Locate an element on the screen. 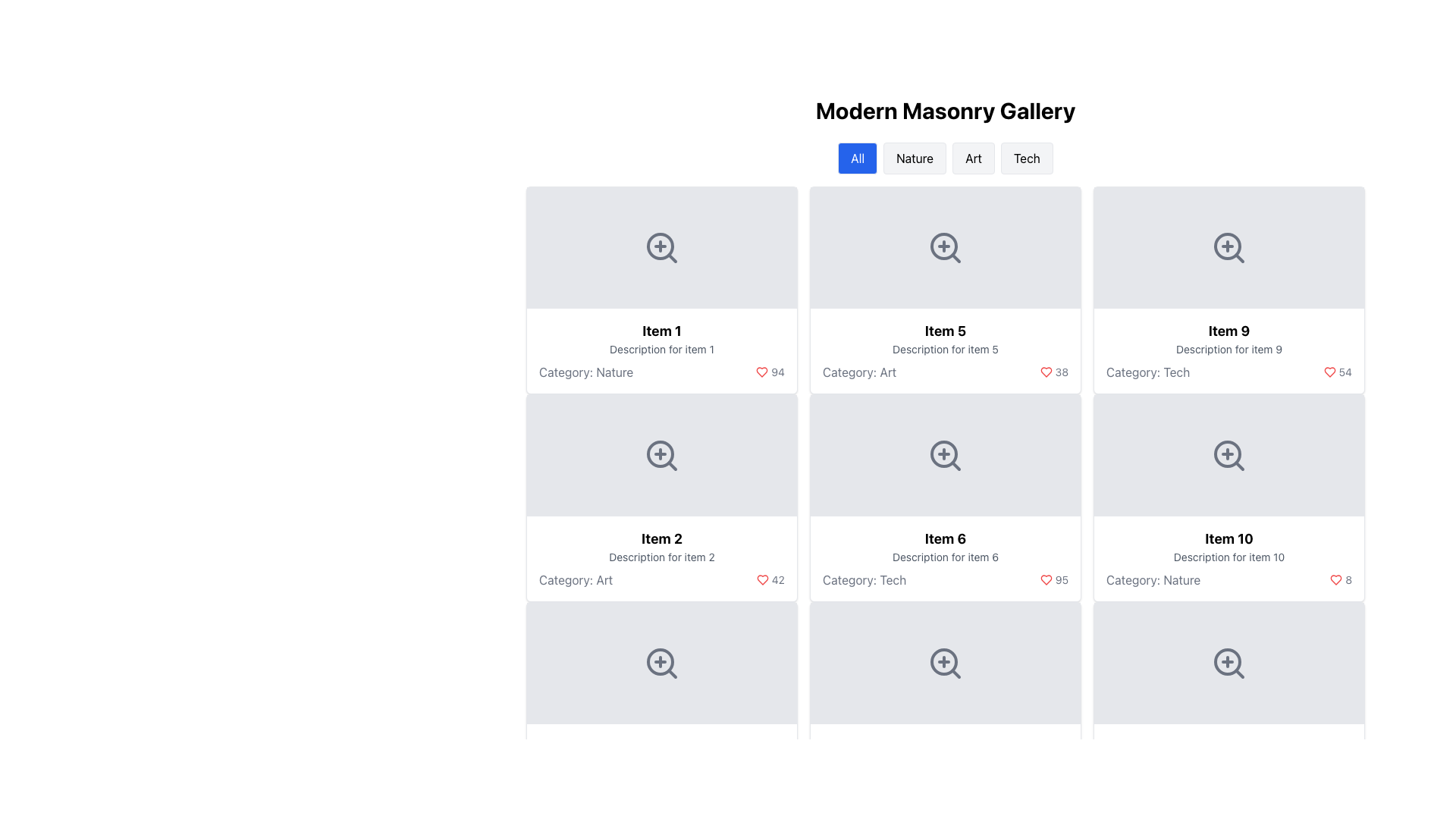 This screenshot has width=1456, height=819. the static text element representing a counter or metric located in the bottom-right corner of the 'Item 2' card, which follows a red heart icon is located at coordinates (778, 579).